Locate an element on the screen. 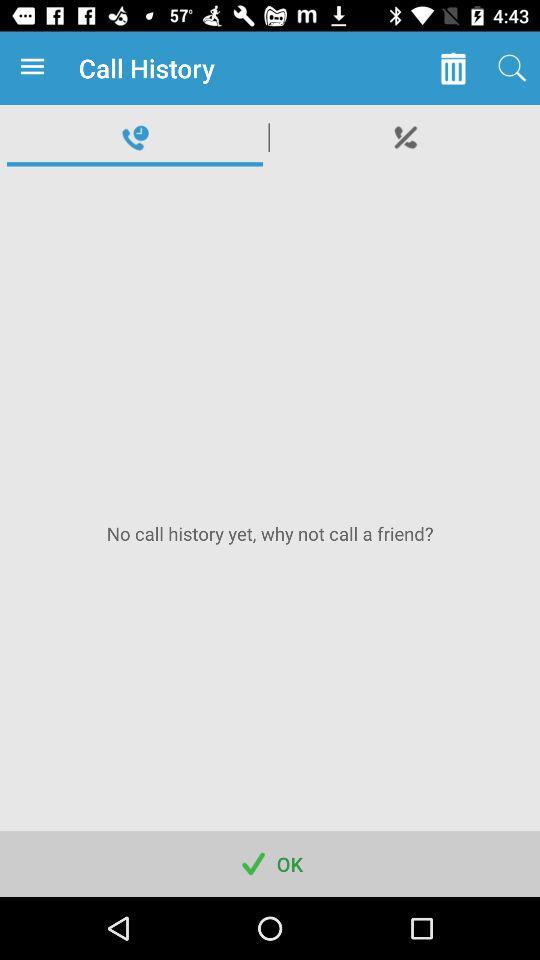 This screenshot has width=540, height=960. icon to the right of call history item is located at coordinates (453, 68).